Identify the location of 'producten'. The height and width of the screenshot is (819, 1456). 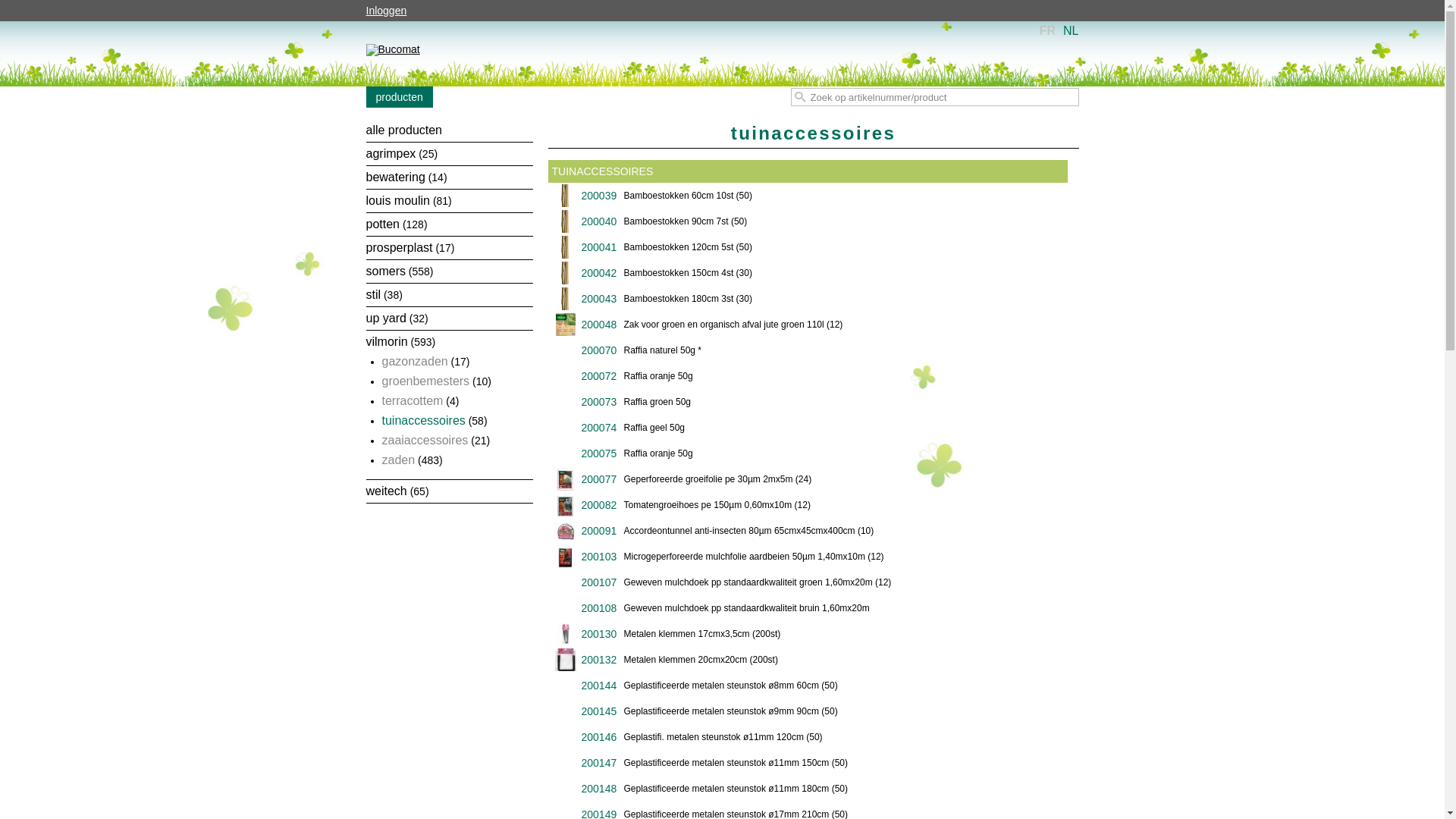
(399, 96).